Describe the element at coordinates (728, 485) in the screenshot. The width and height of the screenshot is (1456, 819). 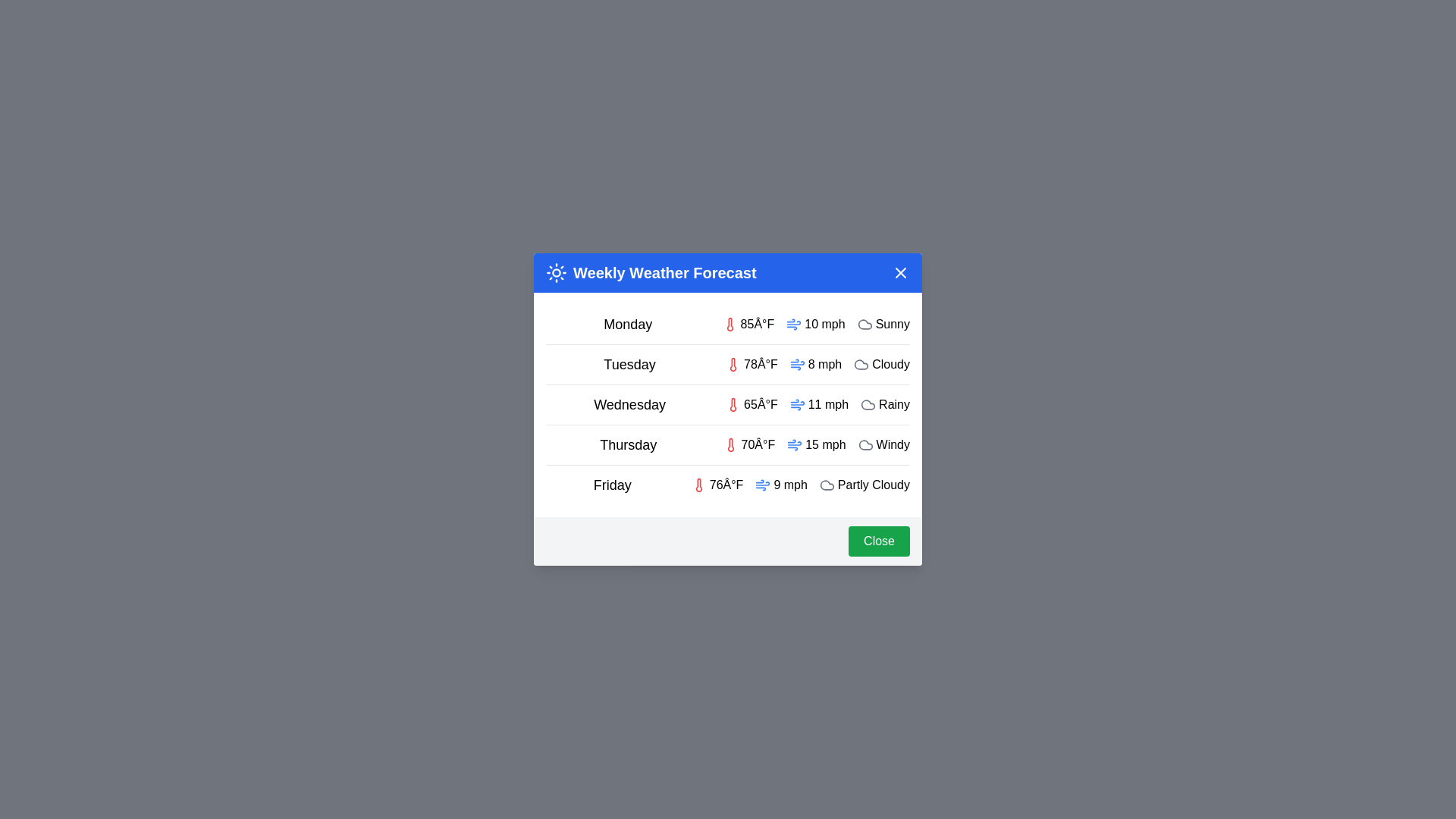
I see `the weather details for Friday` at that location.